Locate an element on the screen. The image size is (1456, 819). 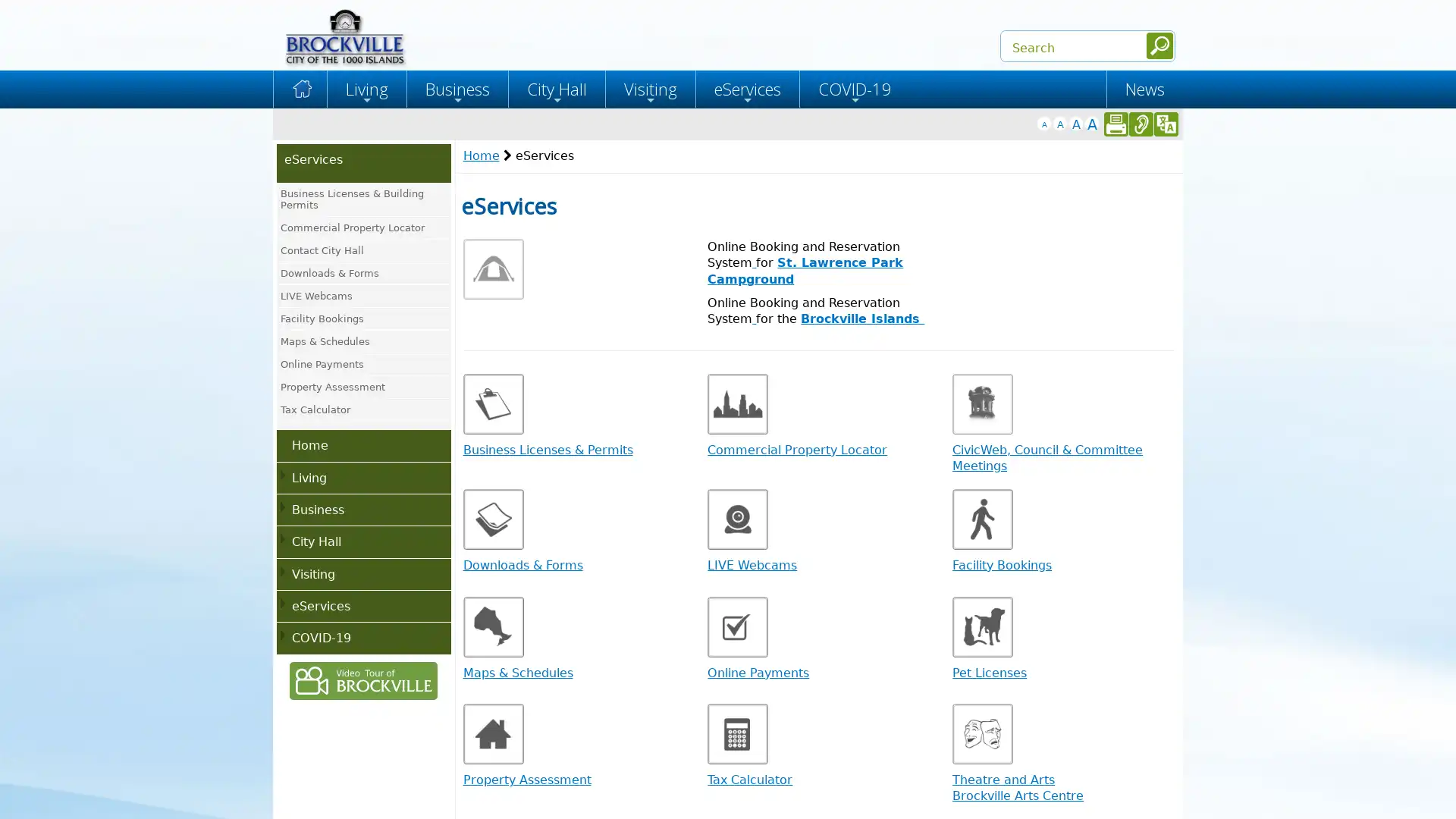
Click to search is located at coordinates (1159, 45).